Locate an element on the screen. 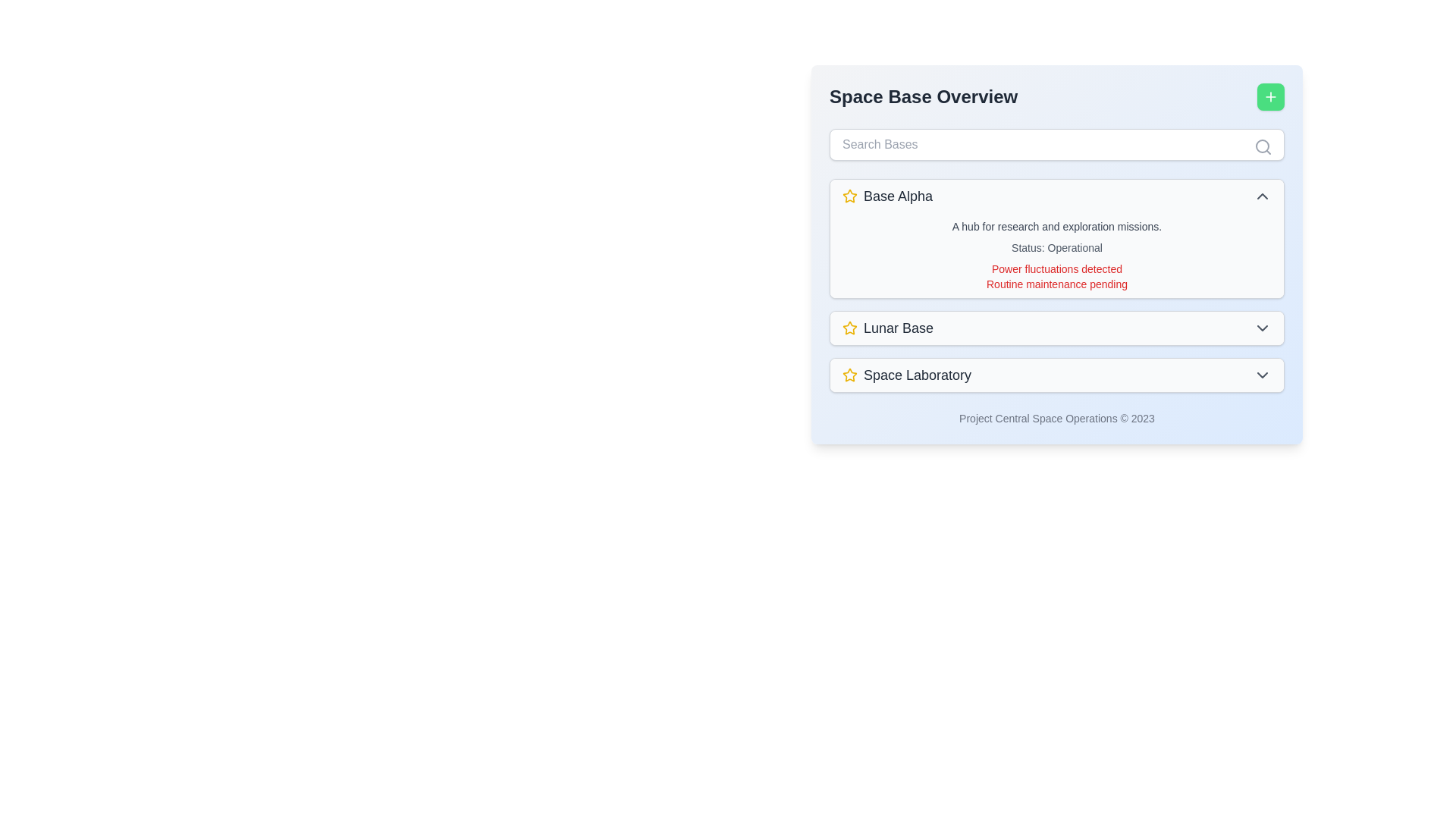 This screenshot has height=819, width=1456. the text label reading 'Lunar Base' that is styled with a medium font weight and larger text size, located within the dropdown button section of the 'Space Base Overview' menu, positioned above the dropdown indicator is located at coordinates (899, 327).